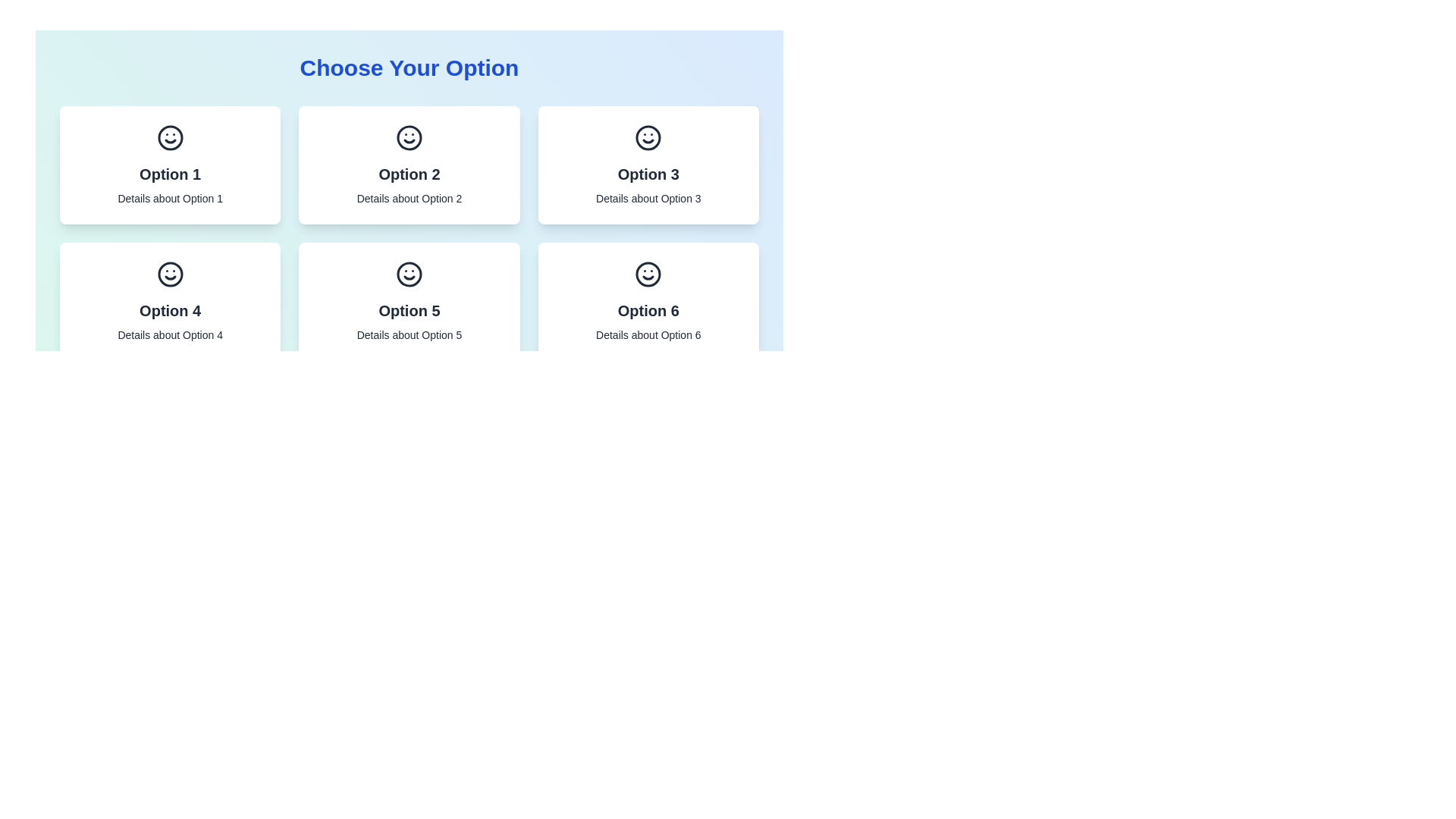 The height and width of the screenshot is (819, 1456). What do you see at coordinates (648, 275) in the screenshot?
I see `the graphical circle element that is part of the smiley face icon located in the bottom-right card labeled 'Option 6'` at bounding box center [648, 275].